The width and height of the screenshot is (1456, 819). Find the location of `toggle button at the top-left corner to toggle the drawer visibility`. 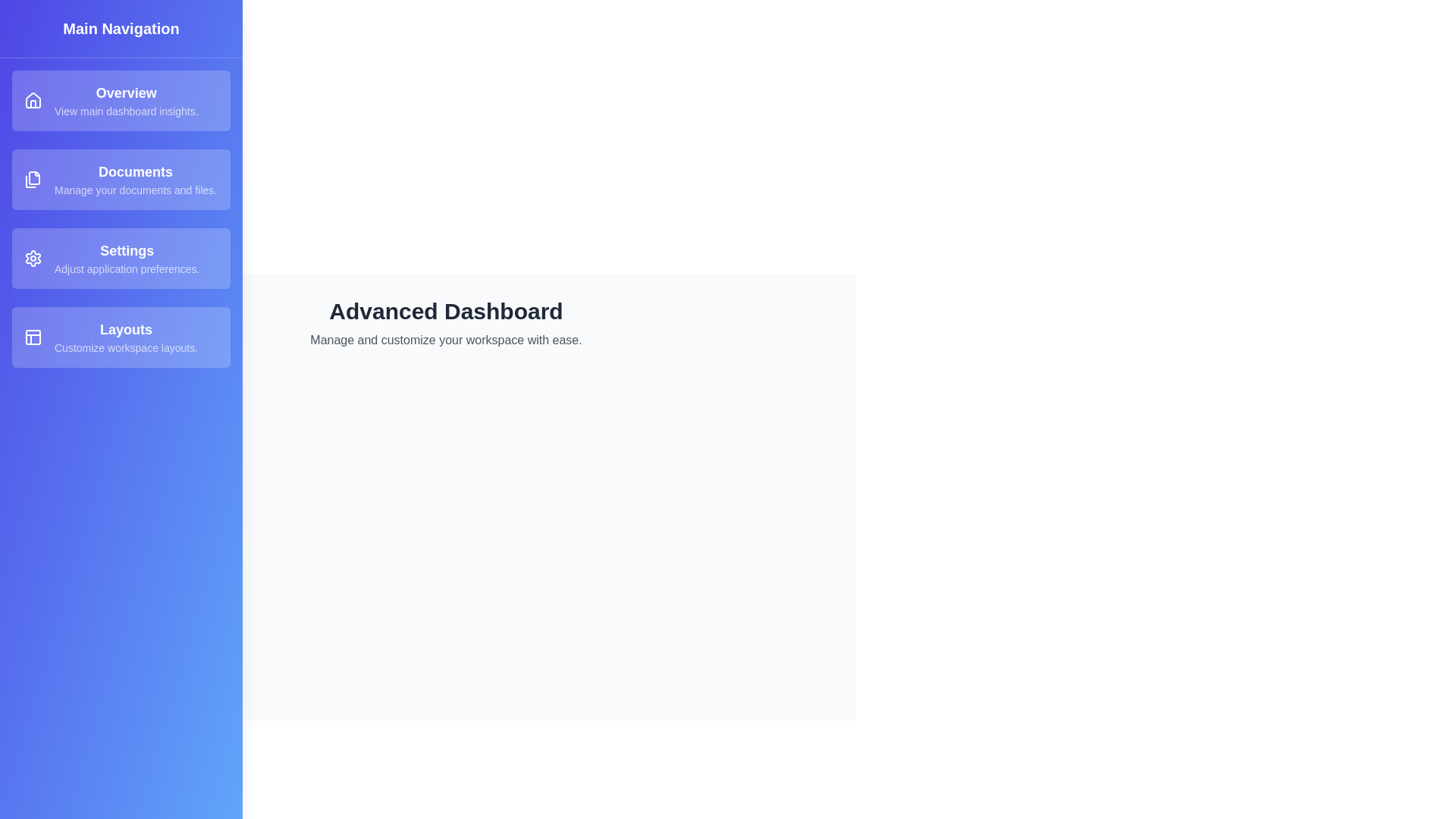

toggle button at the top-left corner to toggle the drawer visibility is located at coordinates (30, 30).